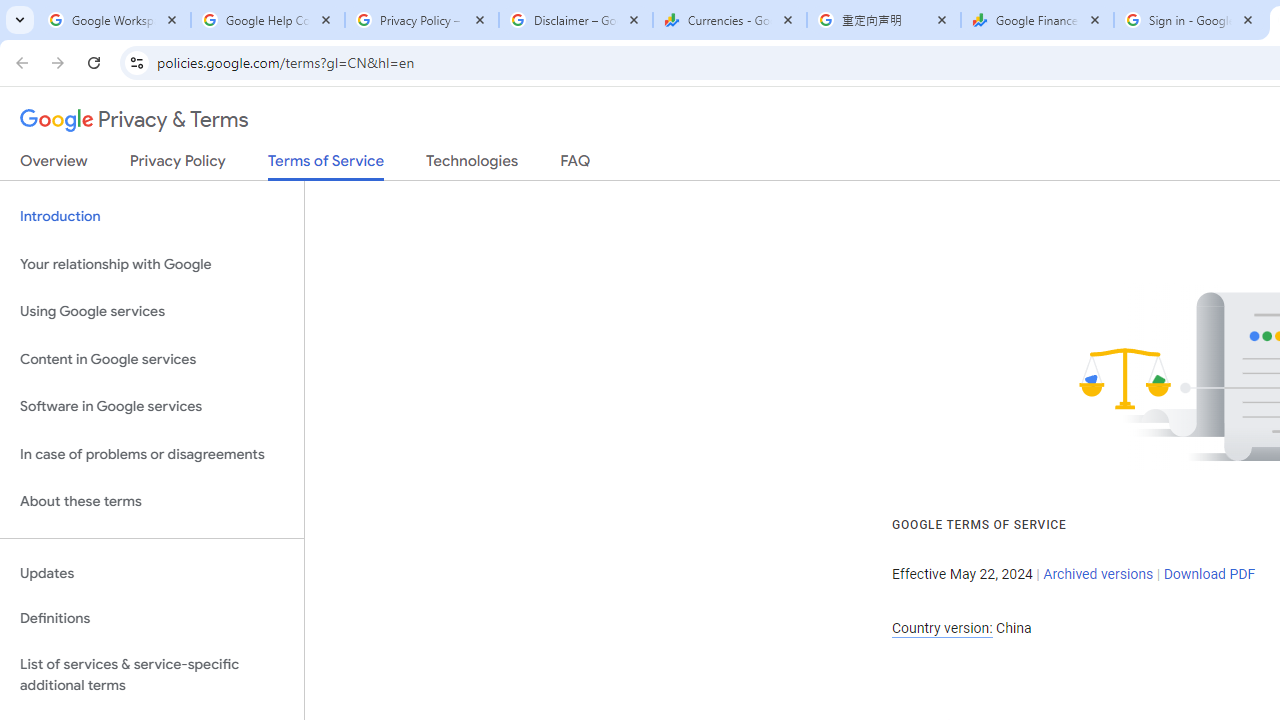  I want to click on 'Currencies - Google Finance', so click(729, 20).